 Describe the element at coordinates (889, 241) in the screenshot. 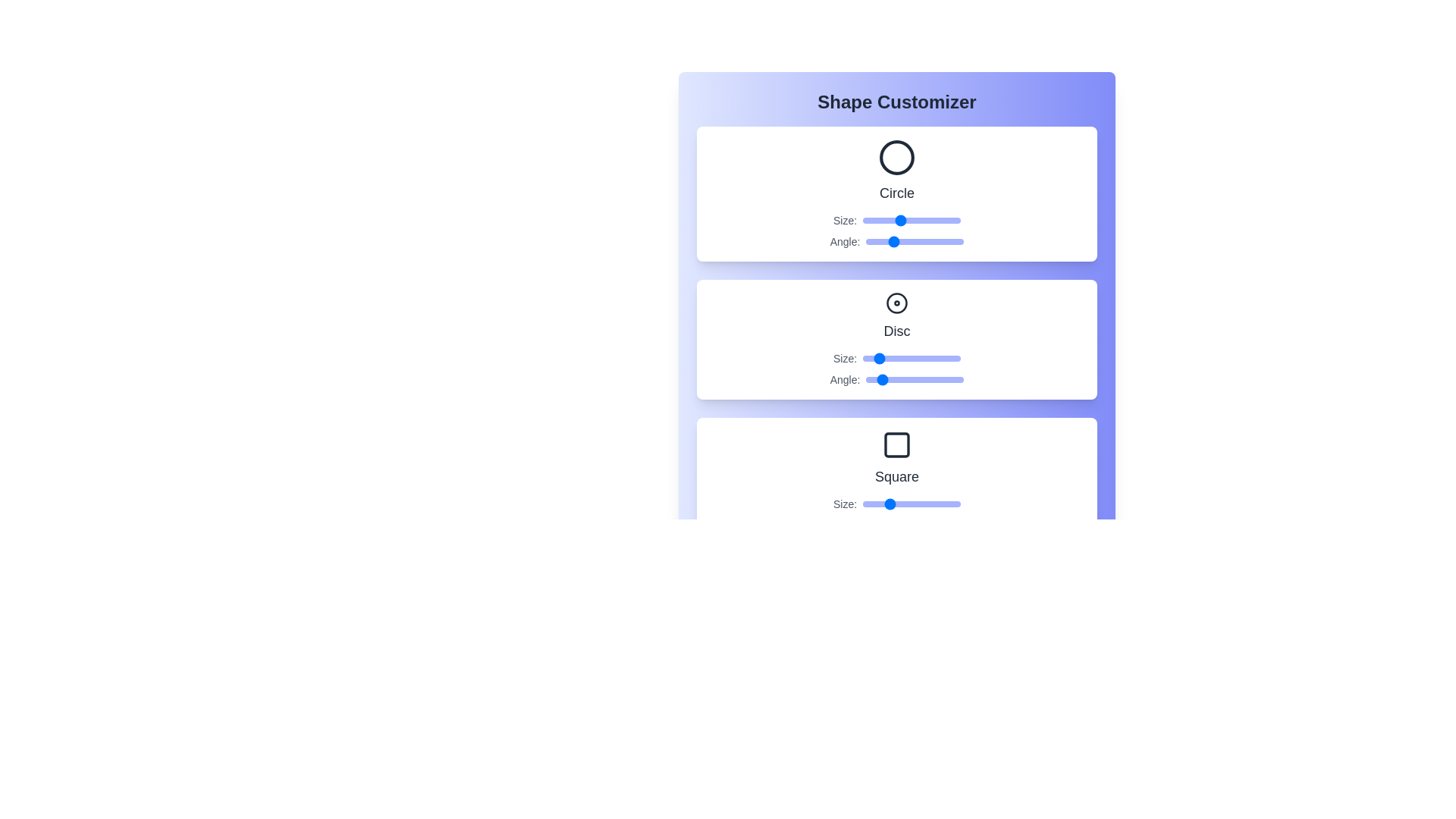

I see `the Circle's angle slider to 85 degrees` at that location.